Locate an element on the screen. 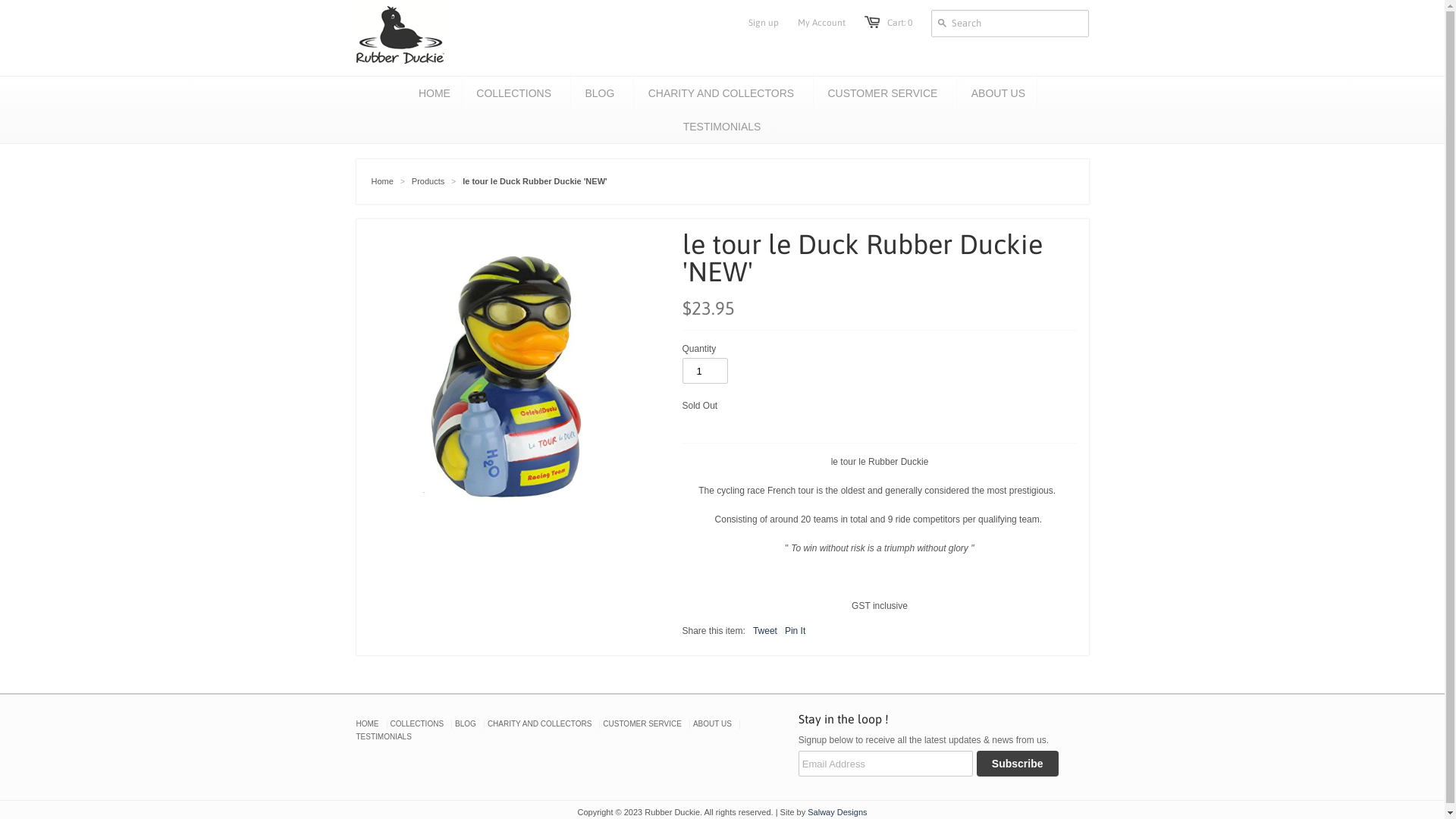 The image size is (1456, 819). 'CHARITY AND COLLECTORS' is located at coordinates (539, 723).